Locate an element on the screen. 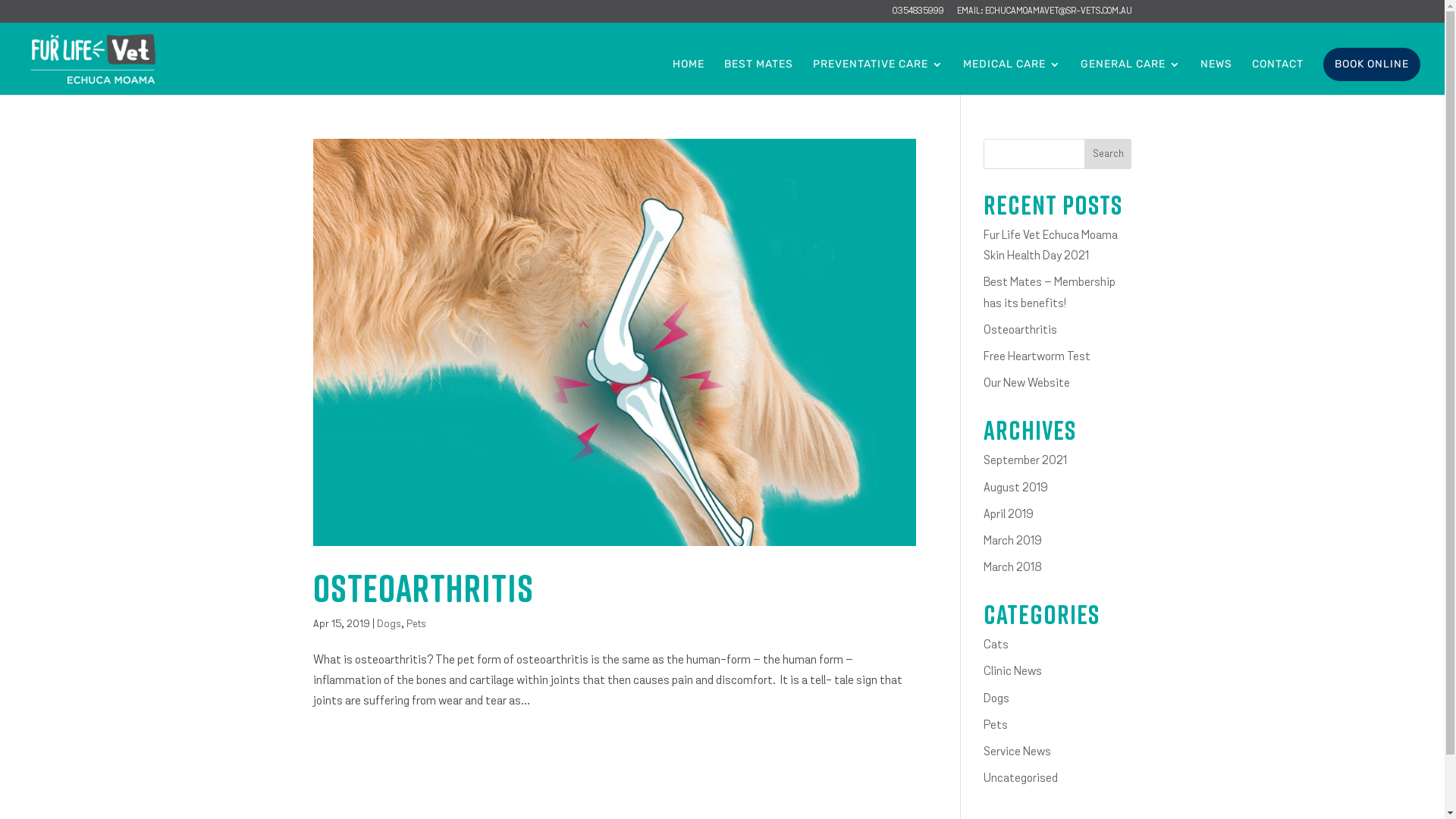 The image size is (1456, 819). 'GENERAL CARE' is located at coordinates (1131, 77).